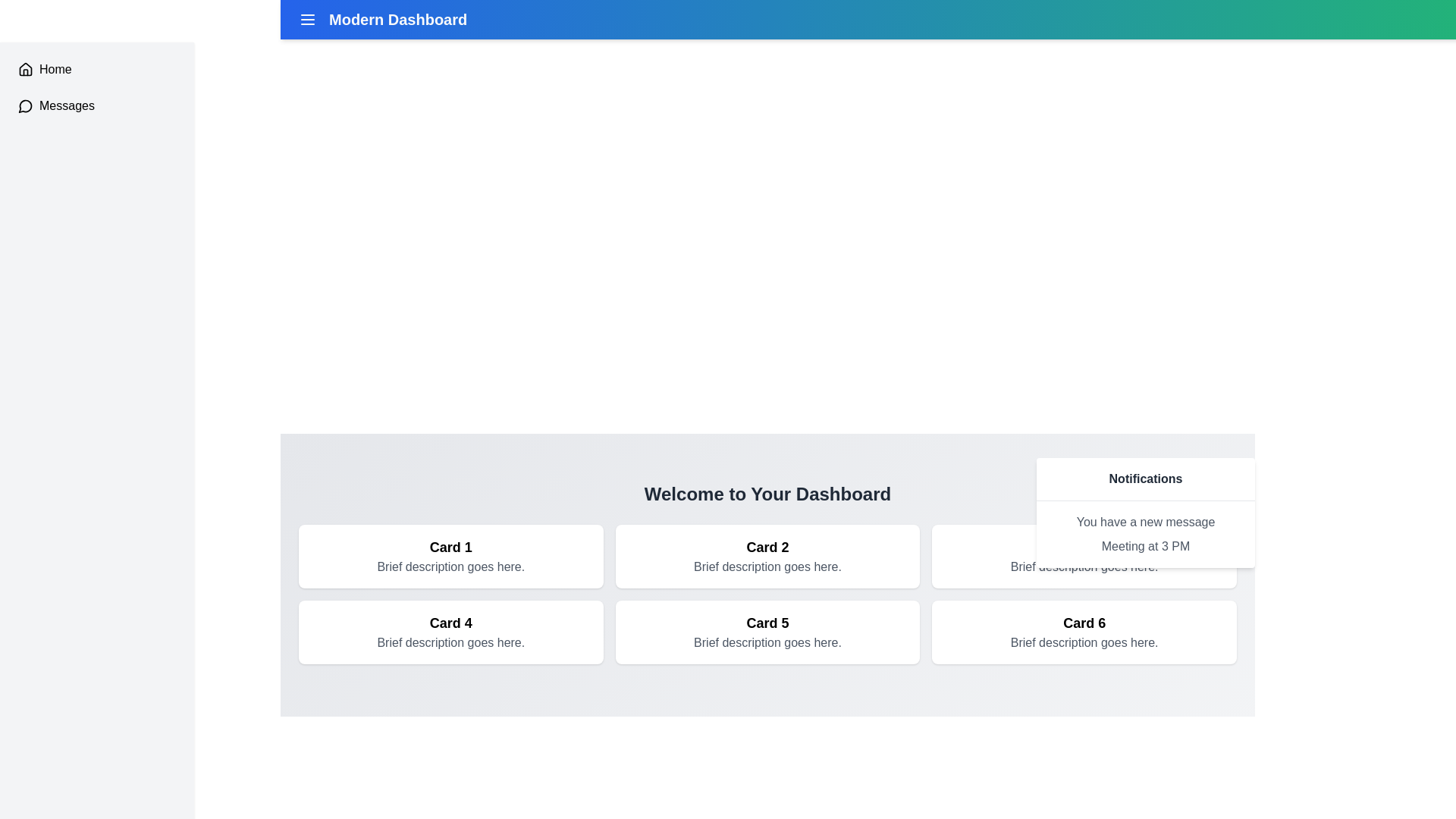 This screenshot has width=1456, height=819. I want to click on the hamburger menu icon located on the left side of the top navigation bar, so click(307, 20).